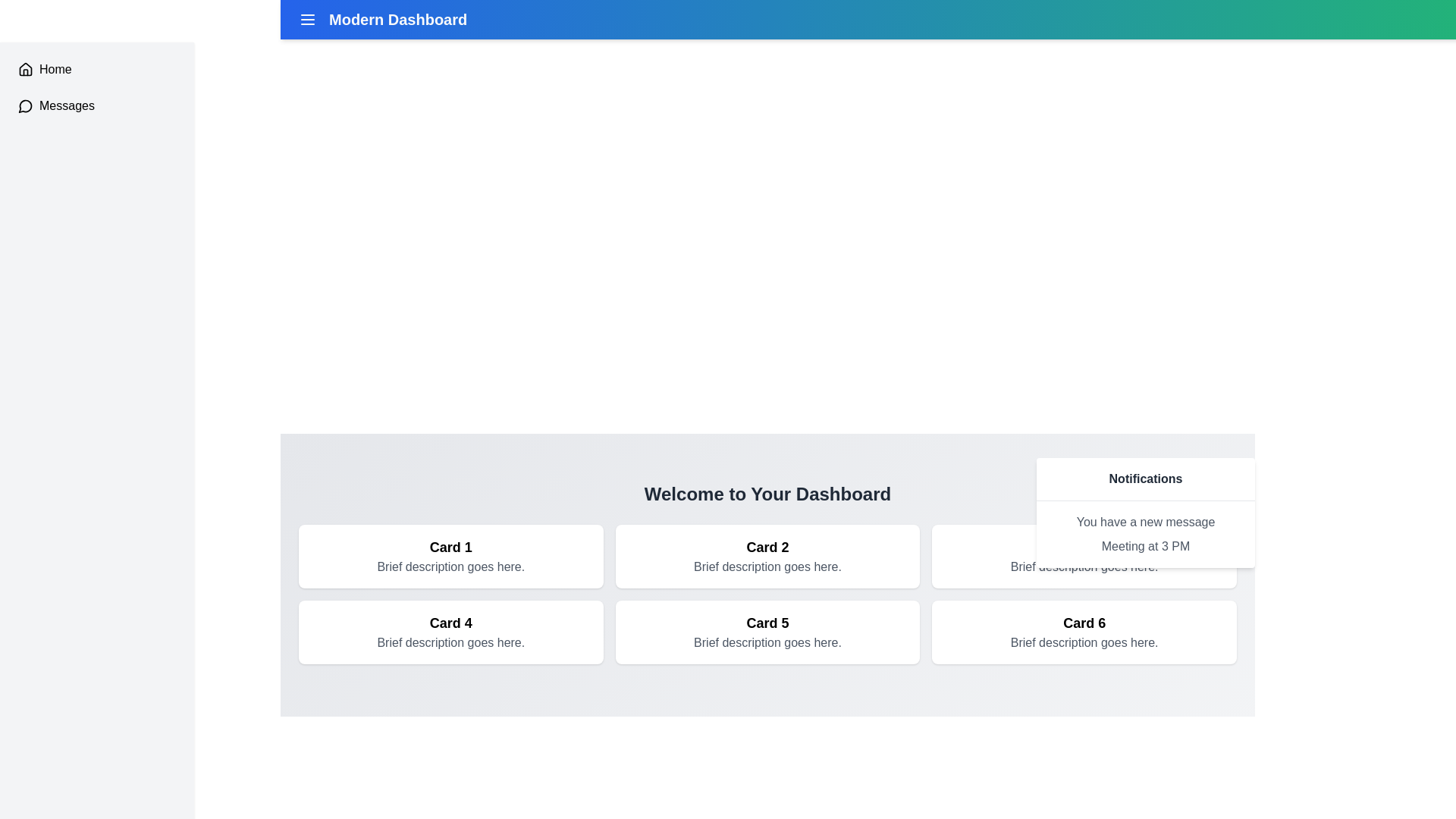 This screenshot has width=1456, height=819. I want to click on the hamburger menu icon located on the left side of the top navigation bar, so click(307, 20).